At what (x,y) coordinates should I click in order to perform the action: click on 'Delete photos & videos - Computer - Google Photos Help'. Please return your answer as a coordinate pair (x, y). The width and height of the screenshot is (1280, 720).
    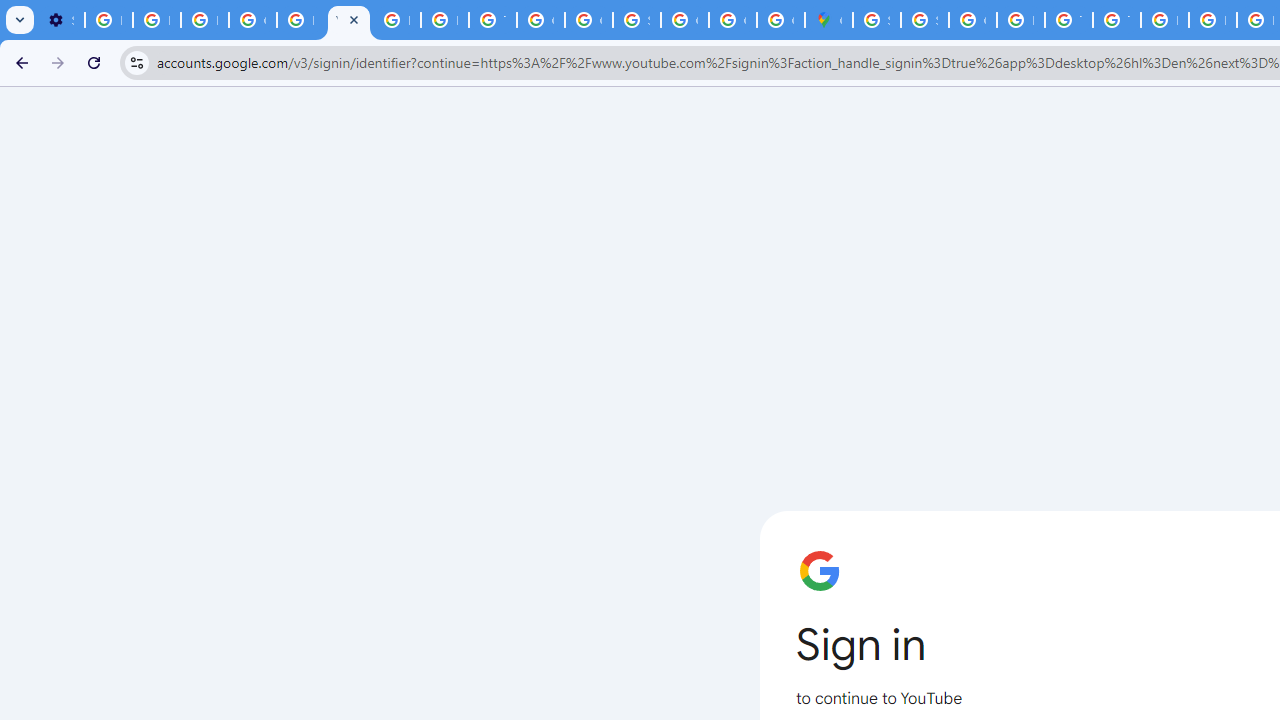
    Looking at the image, I should click on (107, 20).